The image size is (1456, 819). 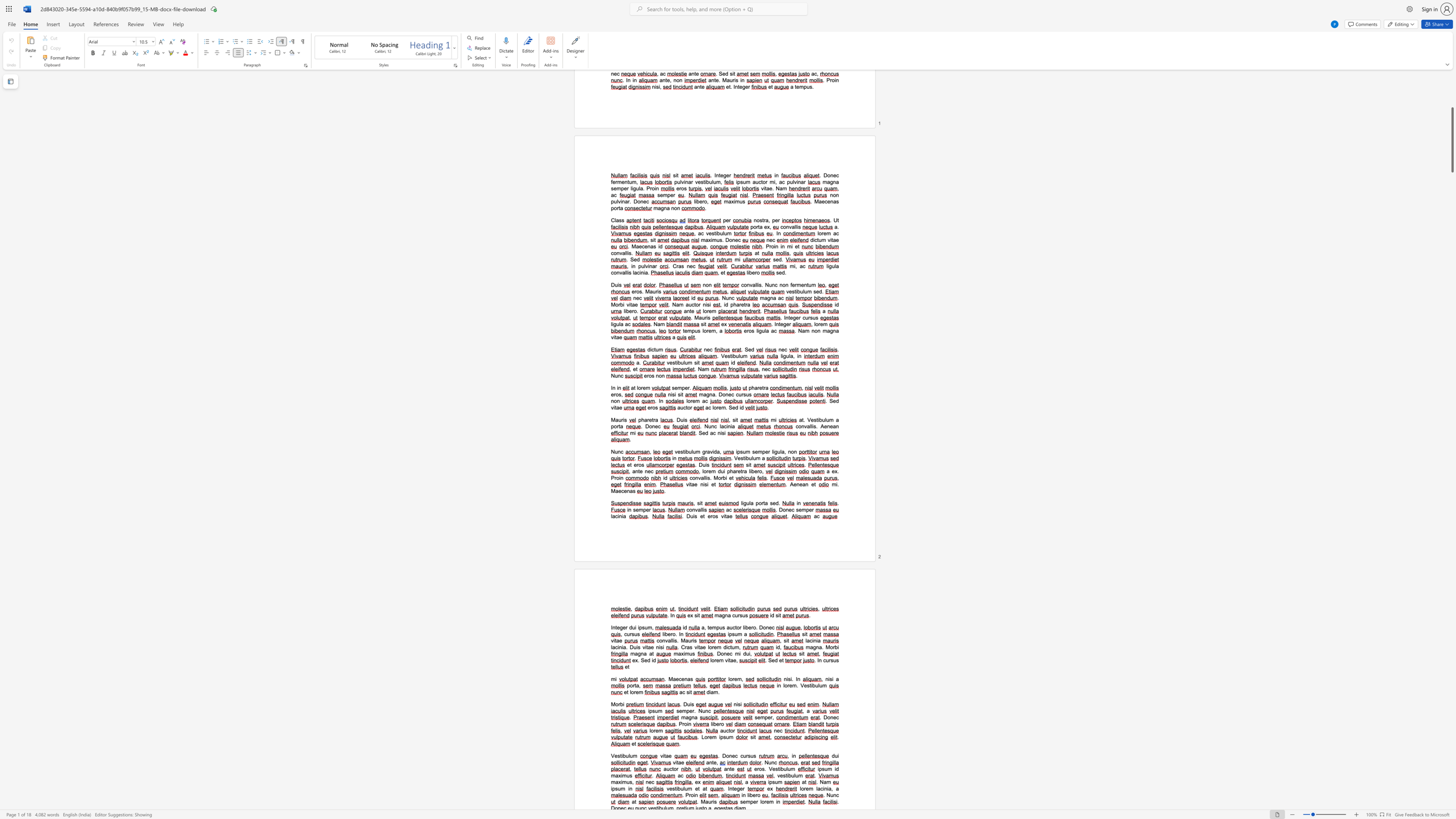 What do you see at coordinates (717, 647) in the screenshot?
I see `the space between the continuous character "e" and "m" in the text` at bounding box center [717, 647].